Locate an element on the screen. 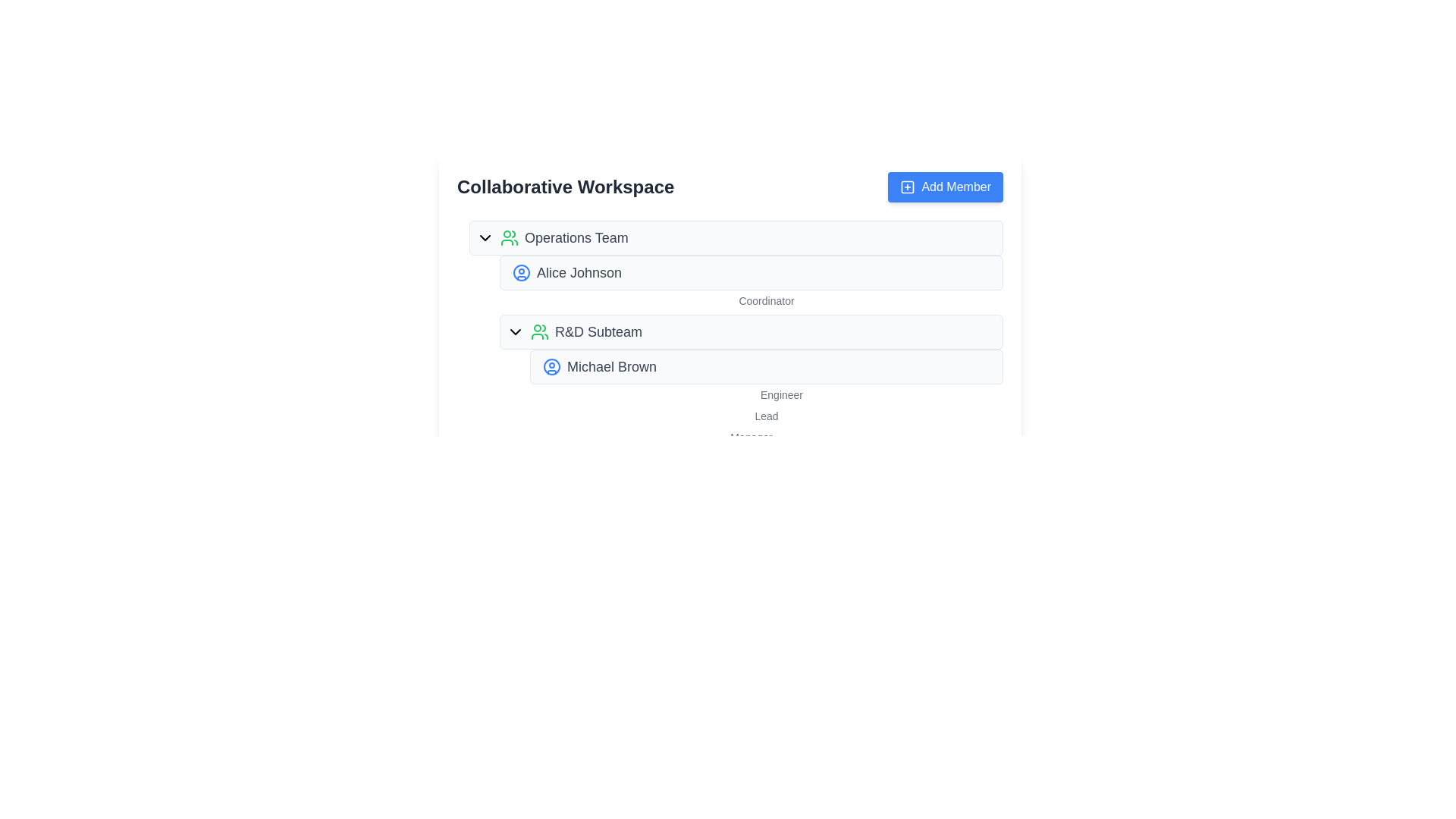  the second list item representing a team member, located beneath 'Alice Johnson' in the 'Collaborative Workspace' interface is located at coordinates (767, 375).